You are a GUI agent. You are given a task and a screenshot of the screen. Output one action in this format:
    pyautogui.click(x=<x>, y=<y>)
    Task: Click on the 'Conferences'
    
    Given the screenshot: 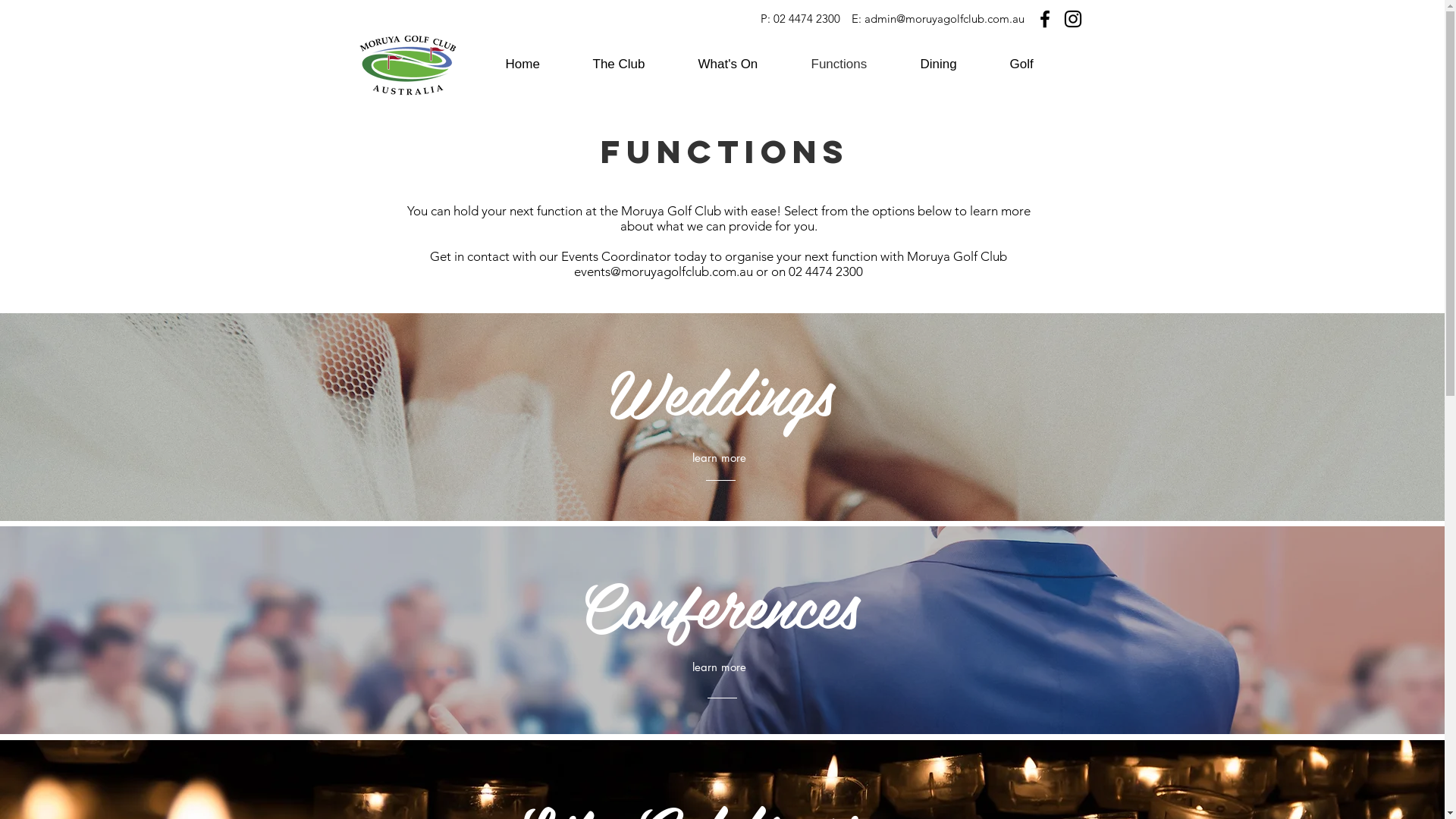 What is the action you would take?
    pyautogui.click(x=717, y=607)
    